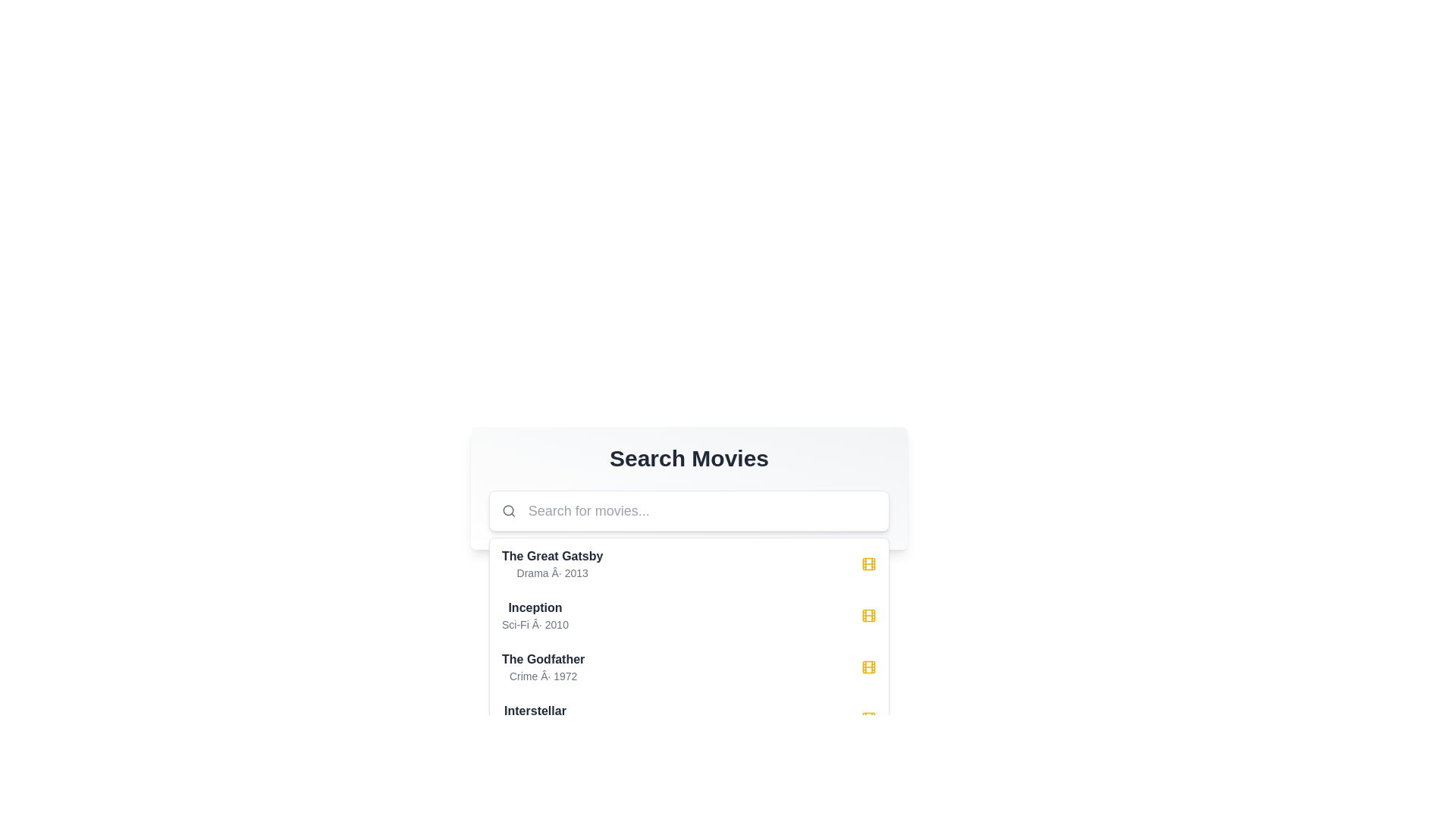 The height and width of the screenshot is (819, 1456). I want to click on the yellow rounded rectangle graphic component of the film icon located on the right side of the second item in the vertical list of movie entries, so click(869, 616).